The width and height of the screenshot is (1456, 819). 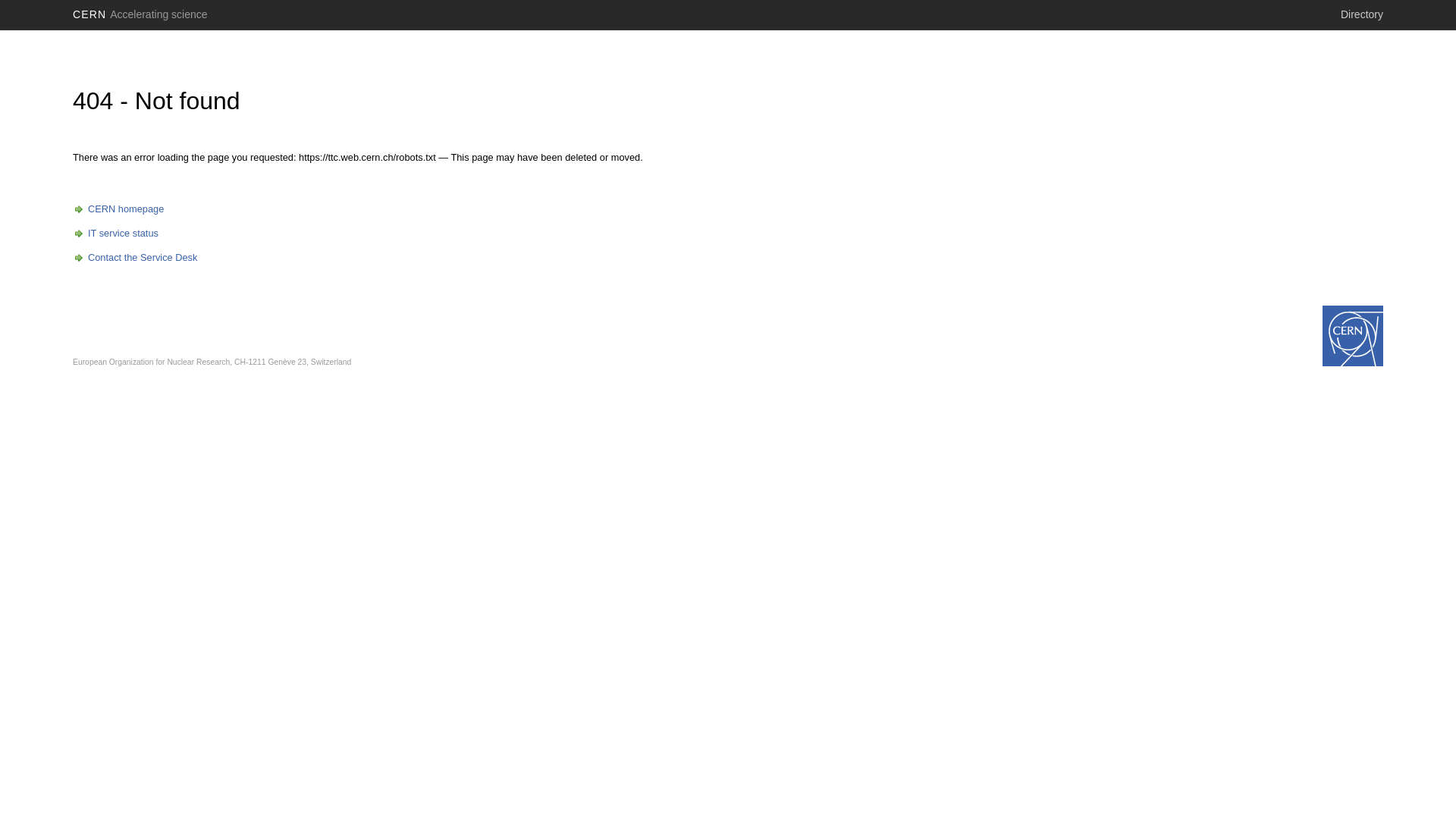 I want to click on 'IT service status', so click(x=115, y=233).